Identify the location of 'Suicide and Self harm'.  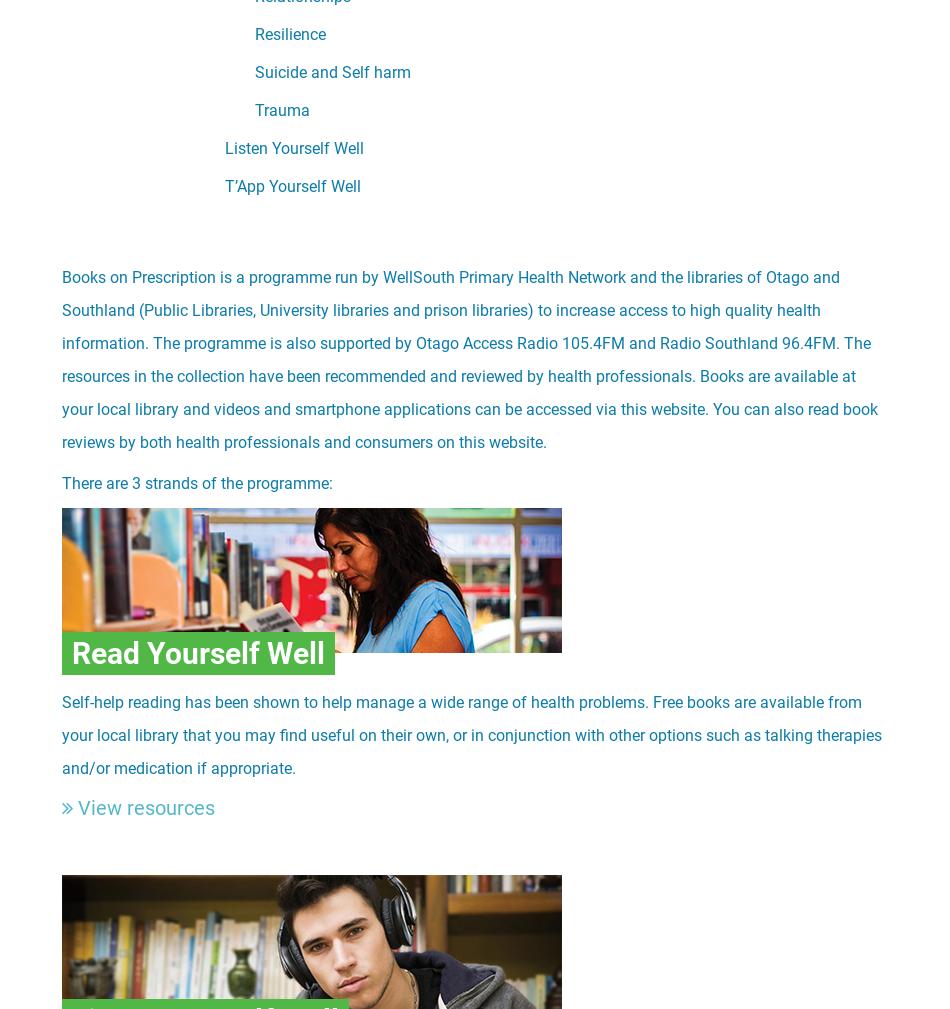
(331, 71).